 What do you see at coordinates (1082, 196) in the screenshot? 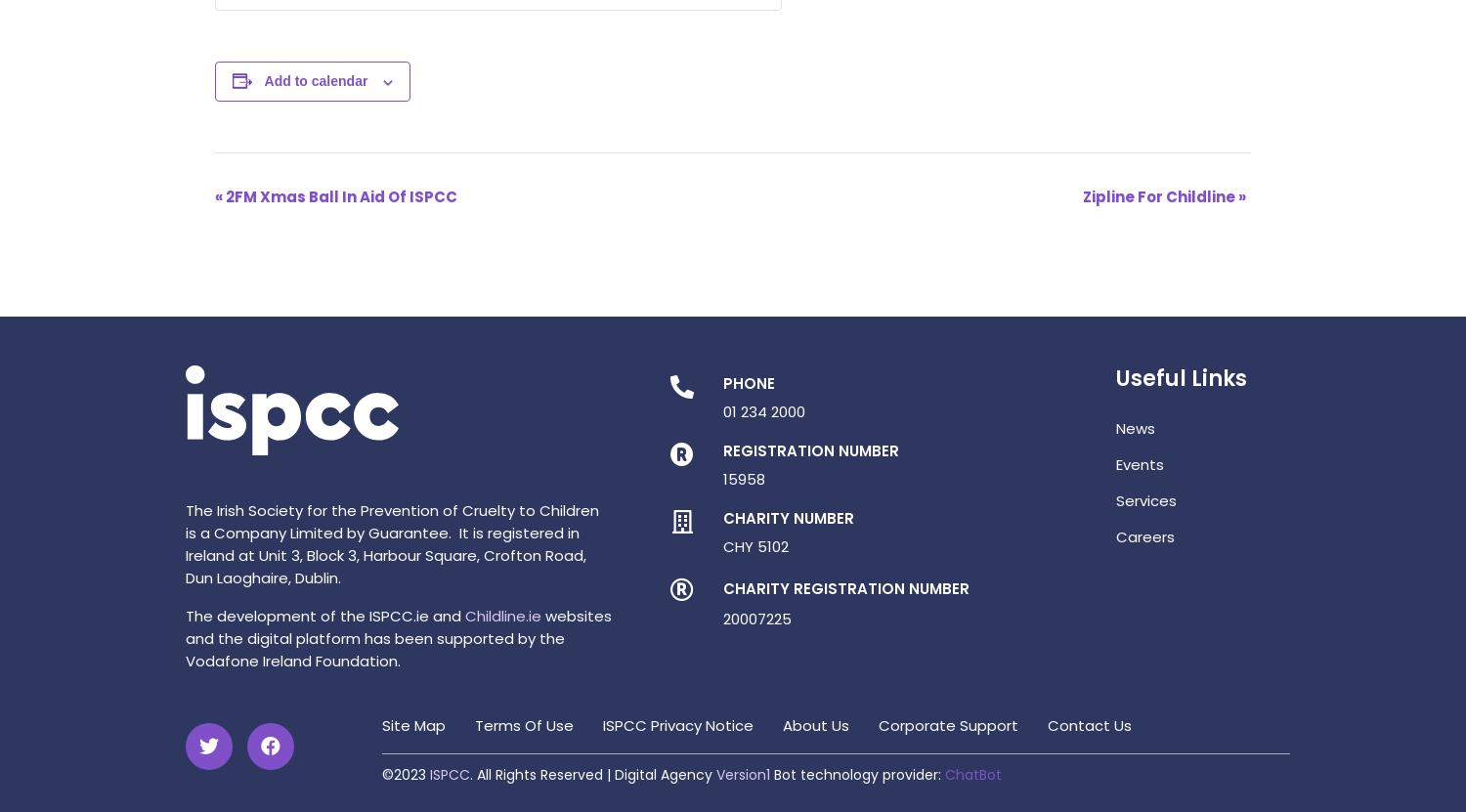
I see `'Zipline For Childline'` at bounding box center [1082, 196].